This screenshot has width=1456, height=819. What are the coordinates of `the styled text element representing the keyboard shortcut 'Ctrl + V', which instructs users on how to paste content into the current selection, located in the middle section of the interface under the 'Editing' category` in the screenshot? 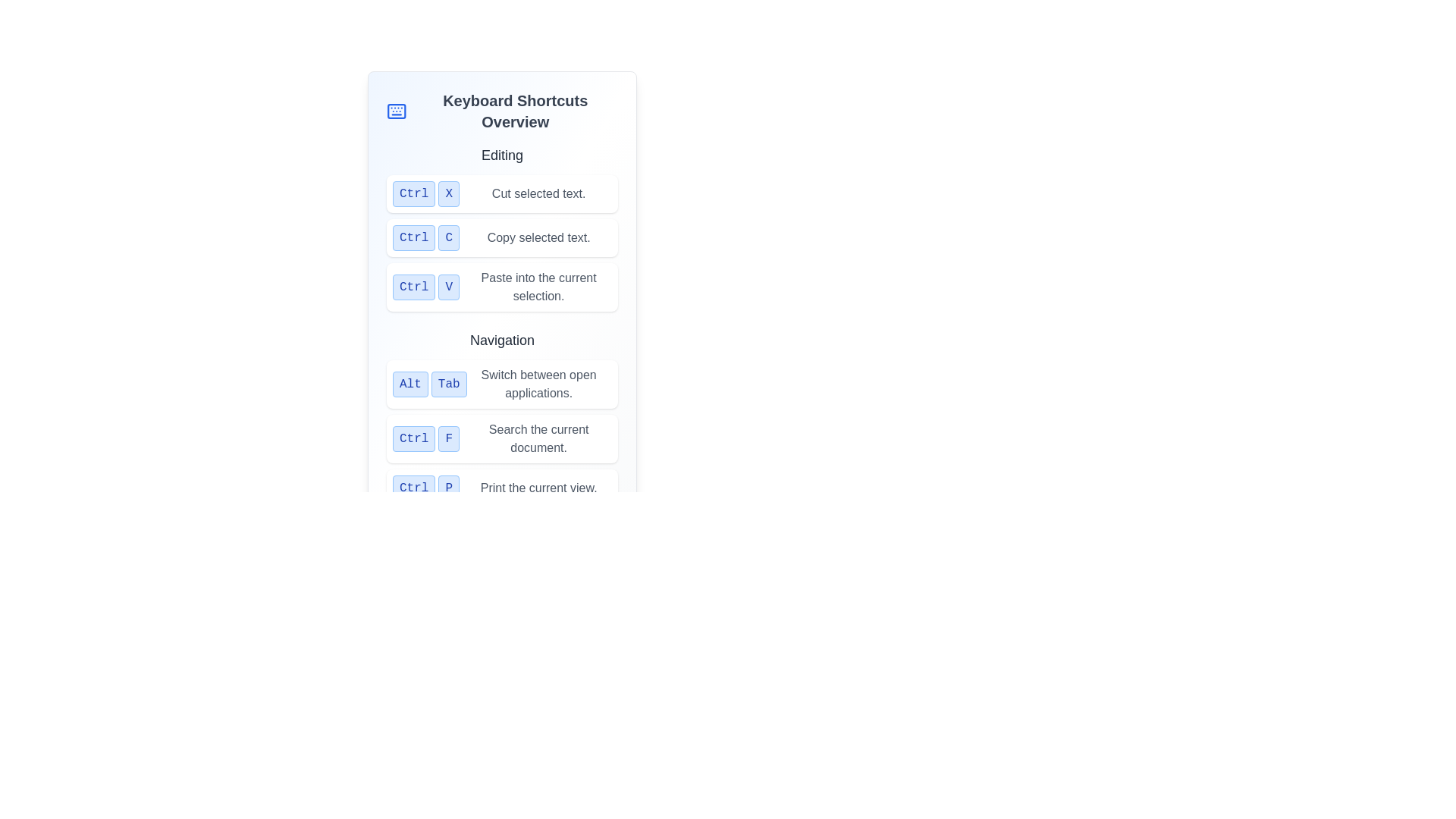 It's located at (428, 287).